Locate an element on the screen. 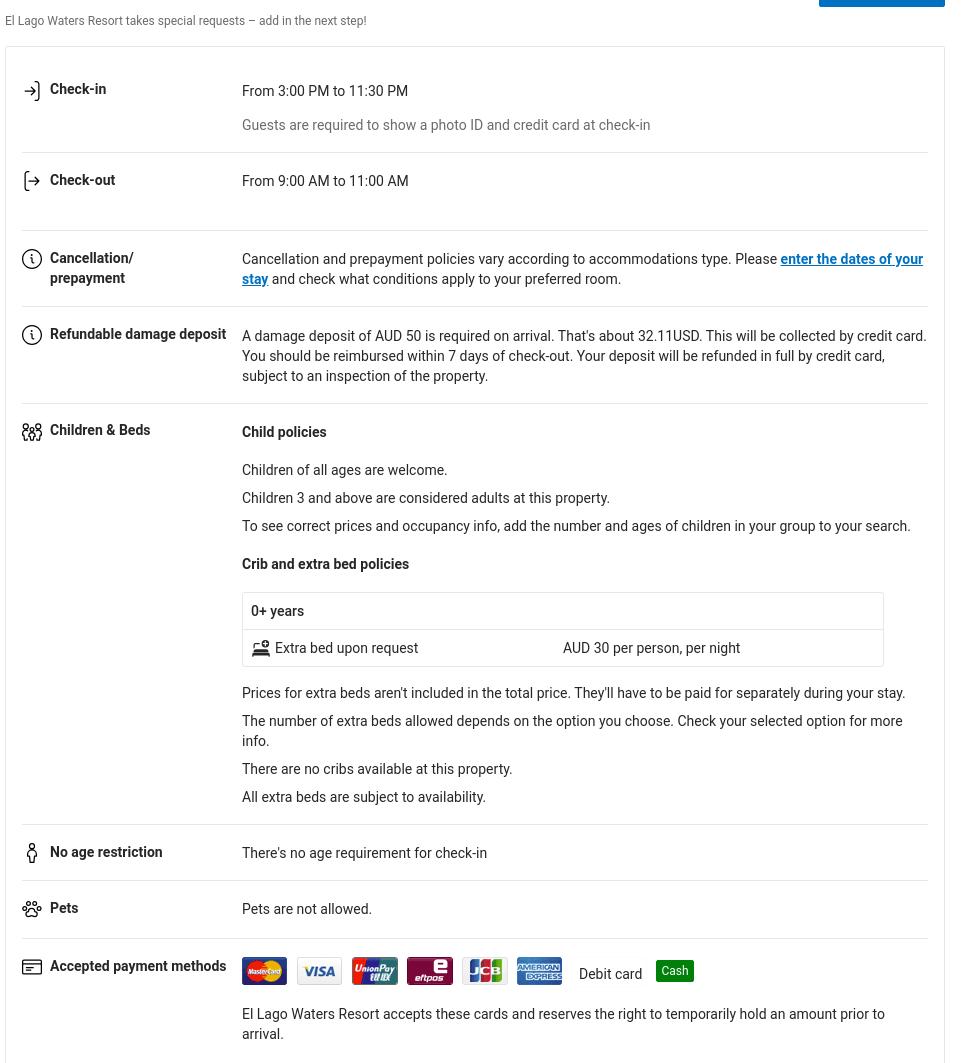  'AUD 30 per person, per night' is located at coordinates (650, 646).